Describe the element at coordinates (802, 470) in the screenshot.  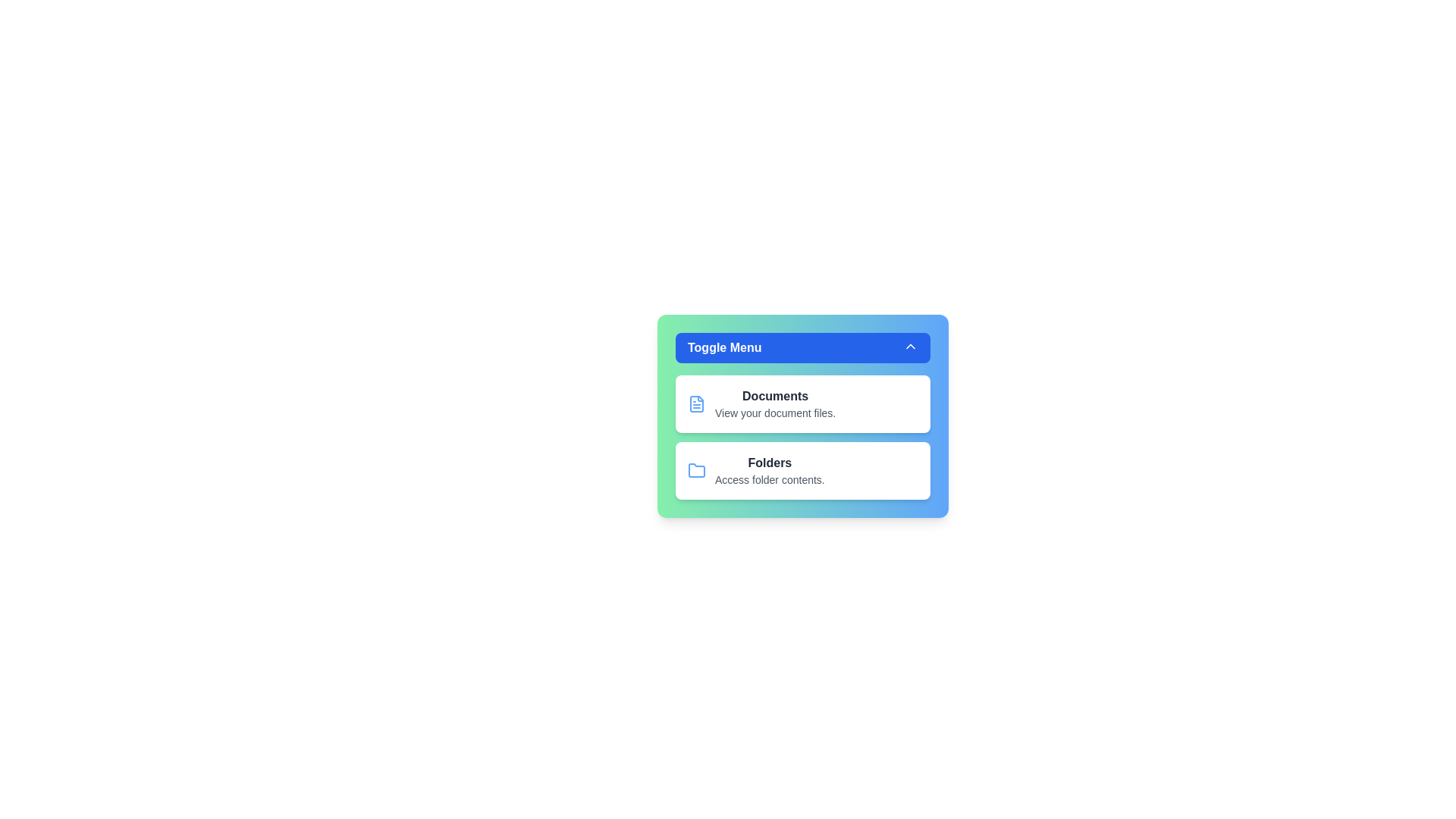
I see `the menu item Folders to observe its hover effect` at that location.